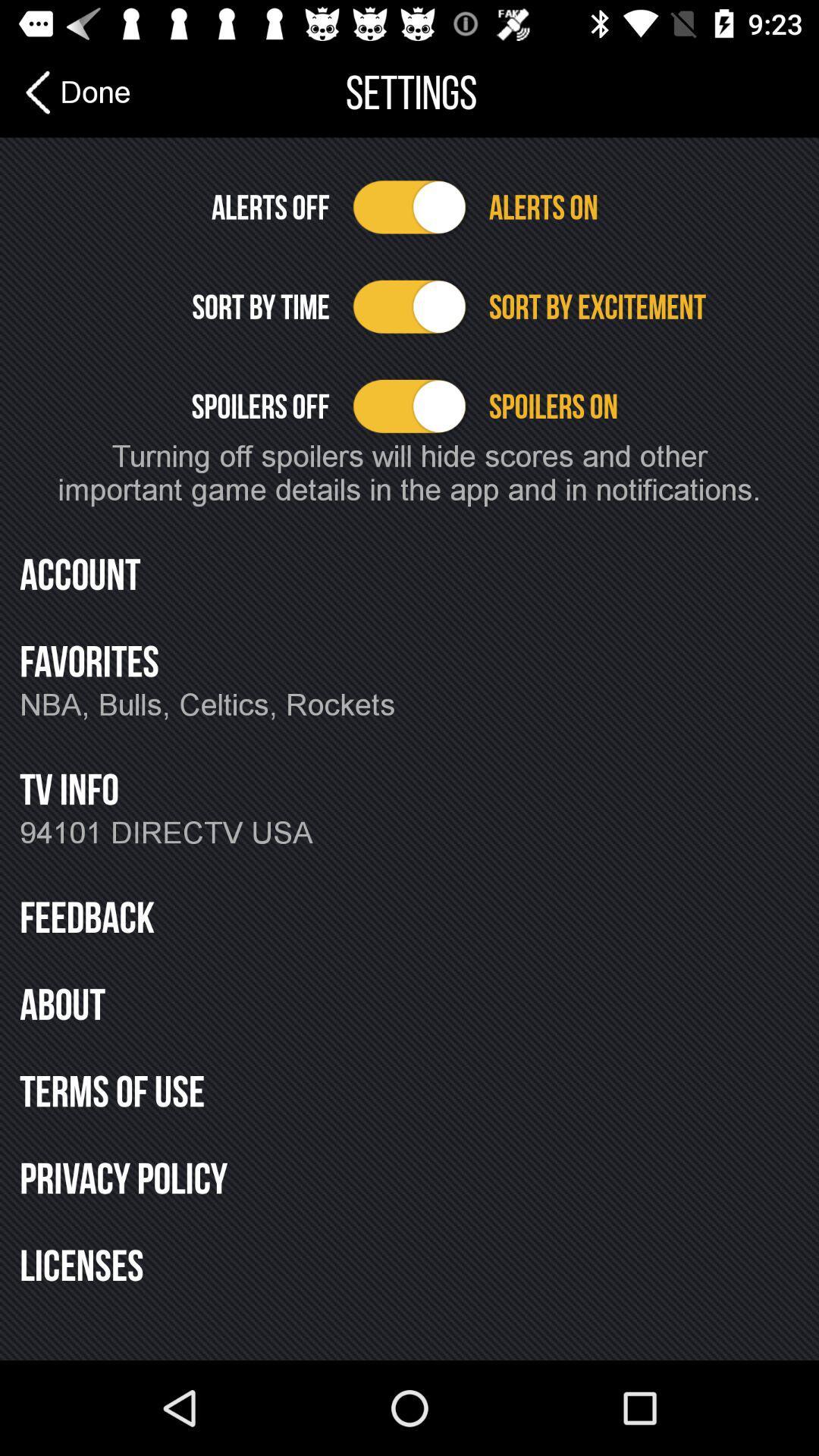  What do you see at coordinates (409, 406) in the screenshot?
I see `turn spoilers off` at bounding box center [409, 406].